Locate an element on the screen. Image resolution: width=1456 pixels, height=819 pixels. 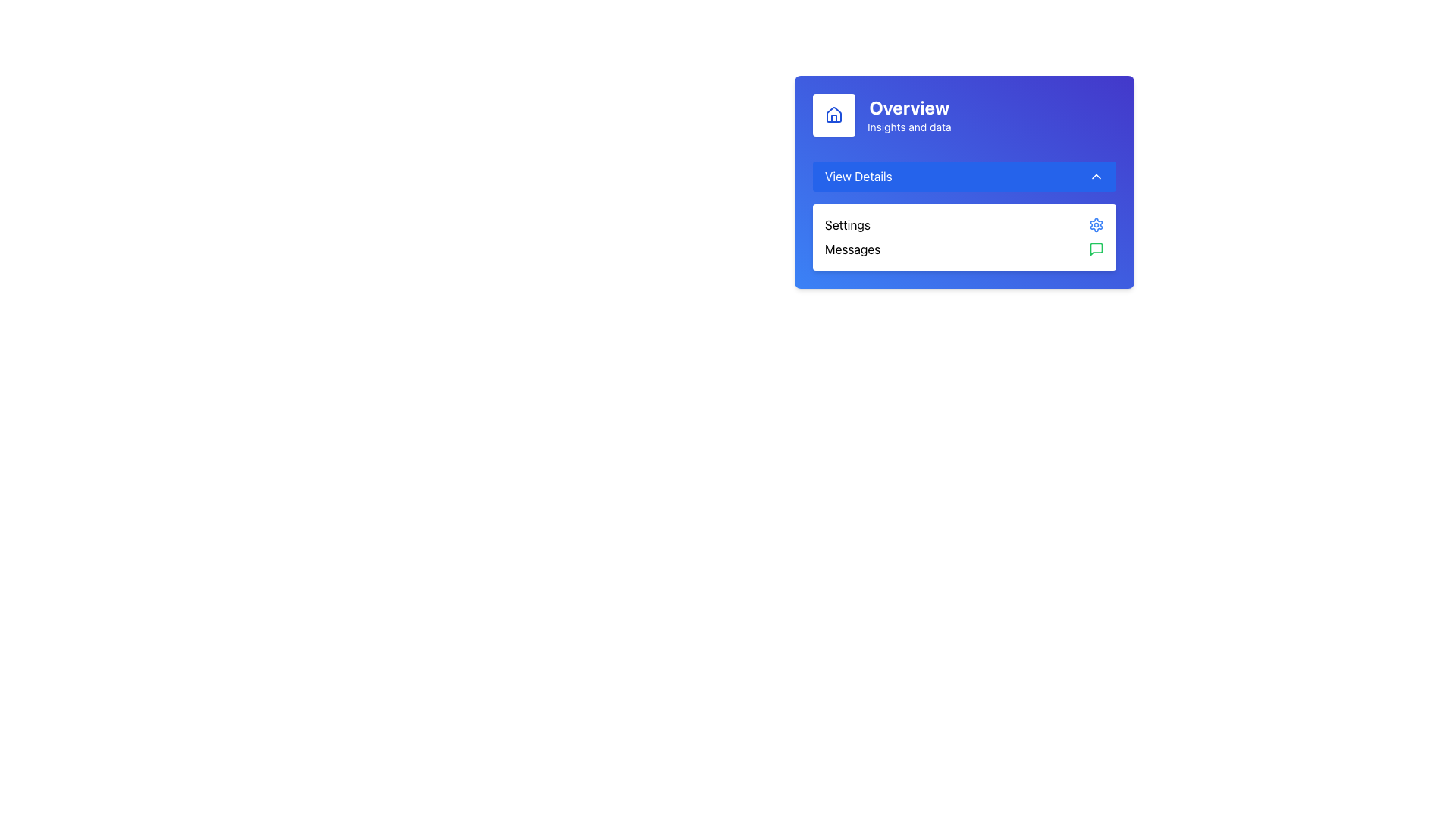
the blue house icon located in the top left corner of the 'Overview' card, above the text 'Insights and data' is located at coordinates (833, 114).